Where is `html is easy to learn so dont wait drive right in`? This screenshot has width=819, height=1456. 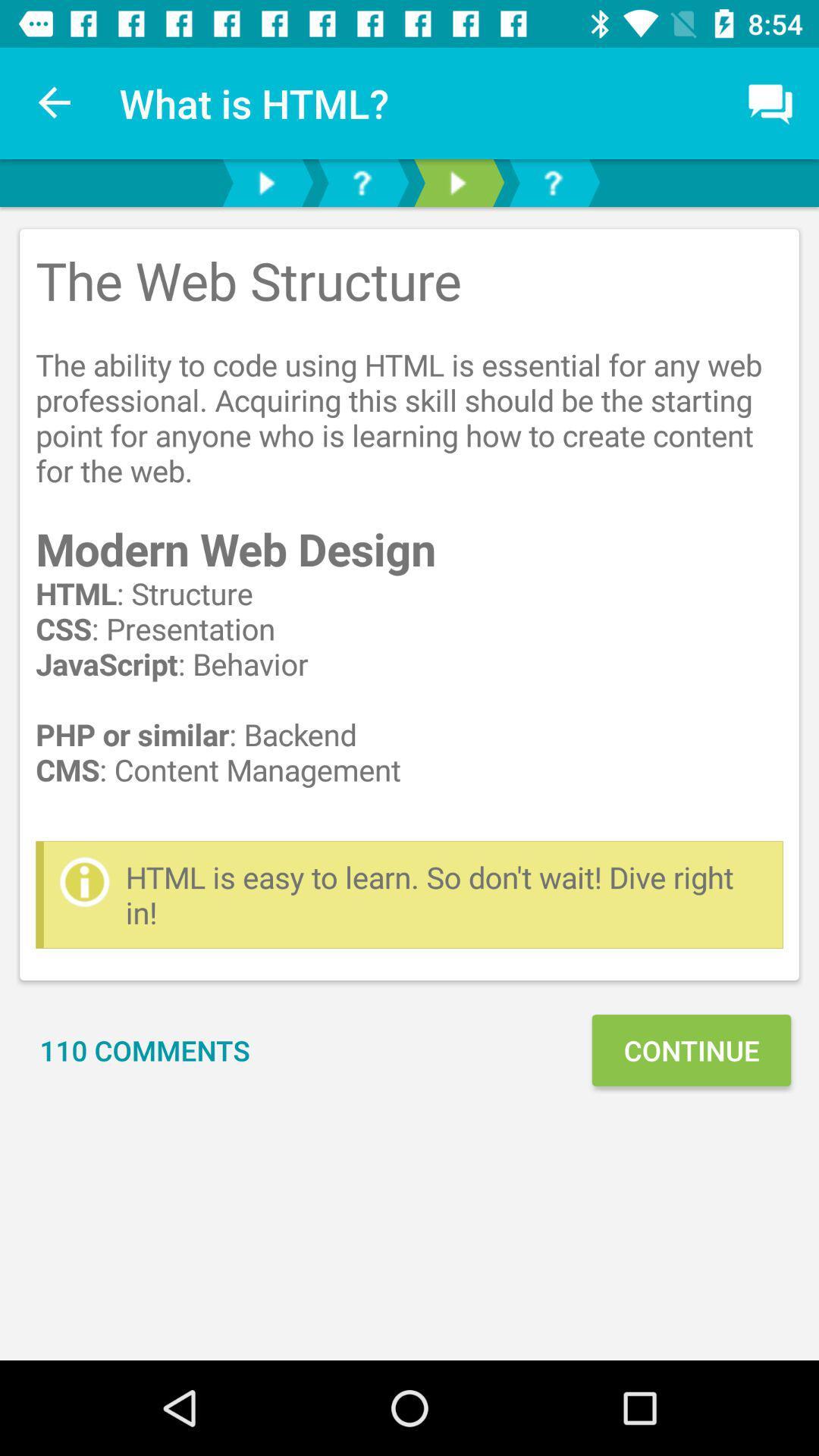 html is easy to learn so dont wait drive right in is located at coordinates (446, 895).